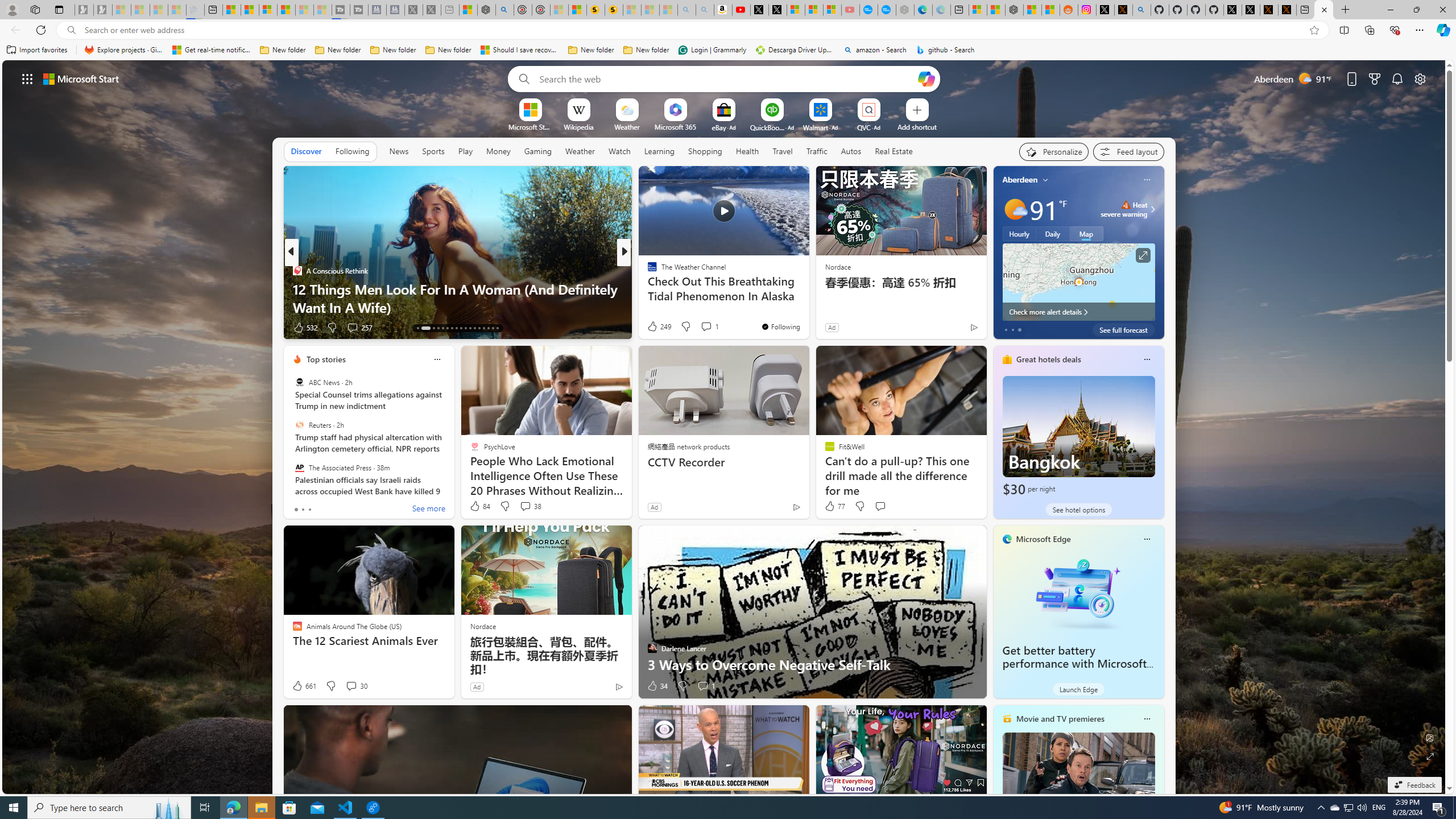 This screenshot has height=819, width=1456. What do you see at coordinates (746, 150) in the screenshot?
I see `'Health'` at bounding box center [746, 150].